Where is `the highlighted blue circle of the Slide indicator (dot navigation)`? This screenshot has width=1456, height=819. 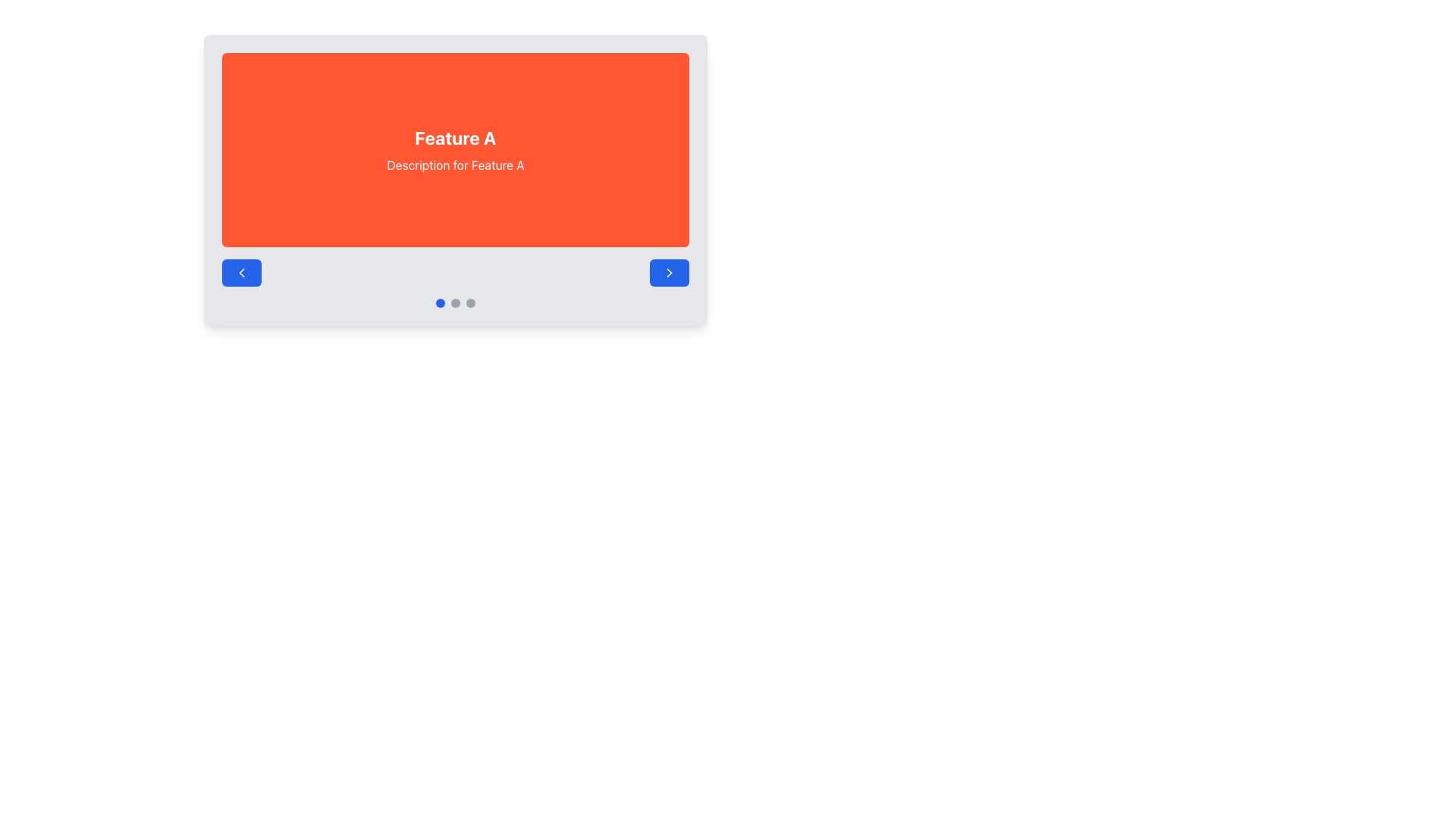 the highlighted blue circle of the Slide indicator (dot navigation) is located at coordinates (454, 303).